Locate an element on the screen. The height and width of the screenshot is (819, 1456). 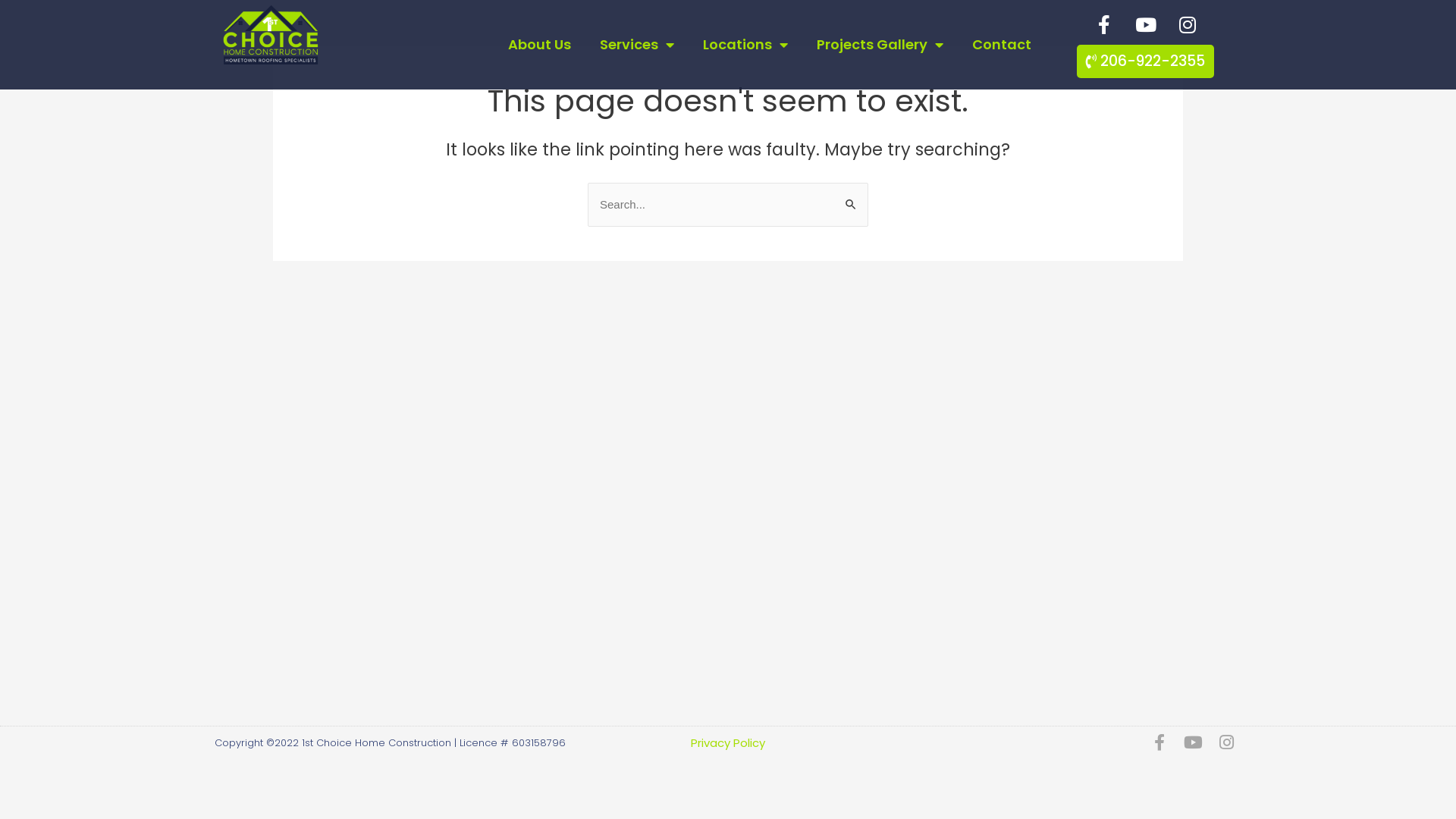
'206-922-2355' is located at coordinates (1145, 61).